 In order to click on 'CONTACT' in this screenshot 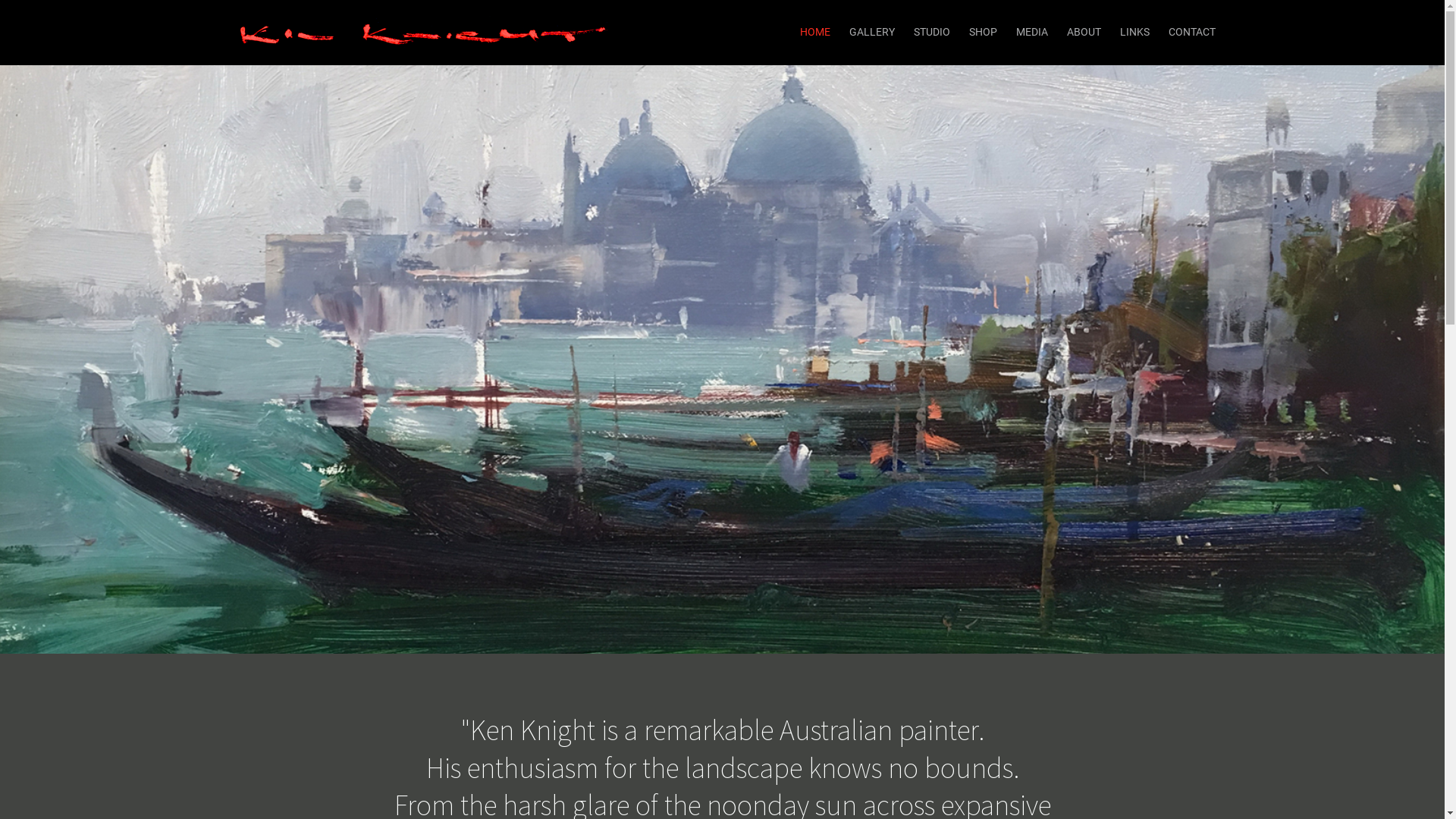, I will do `click(1190, 32)`.